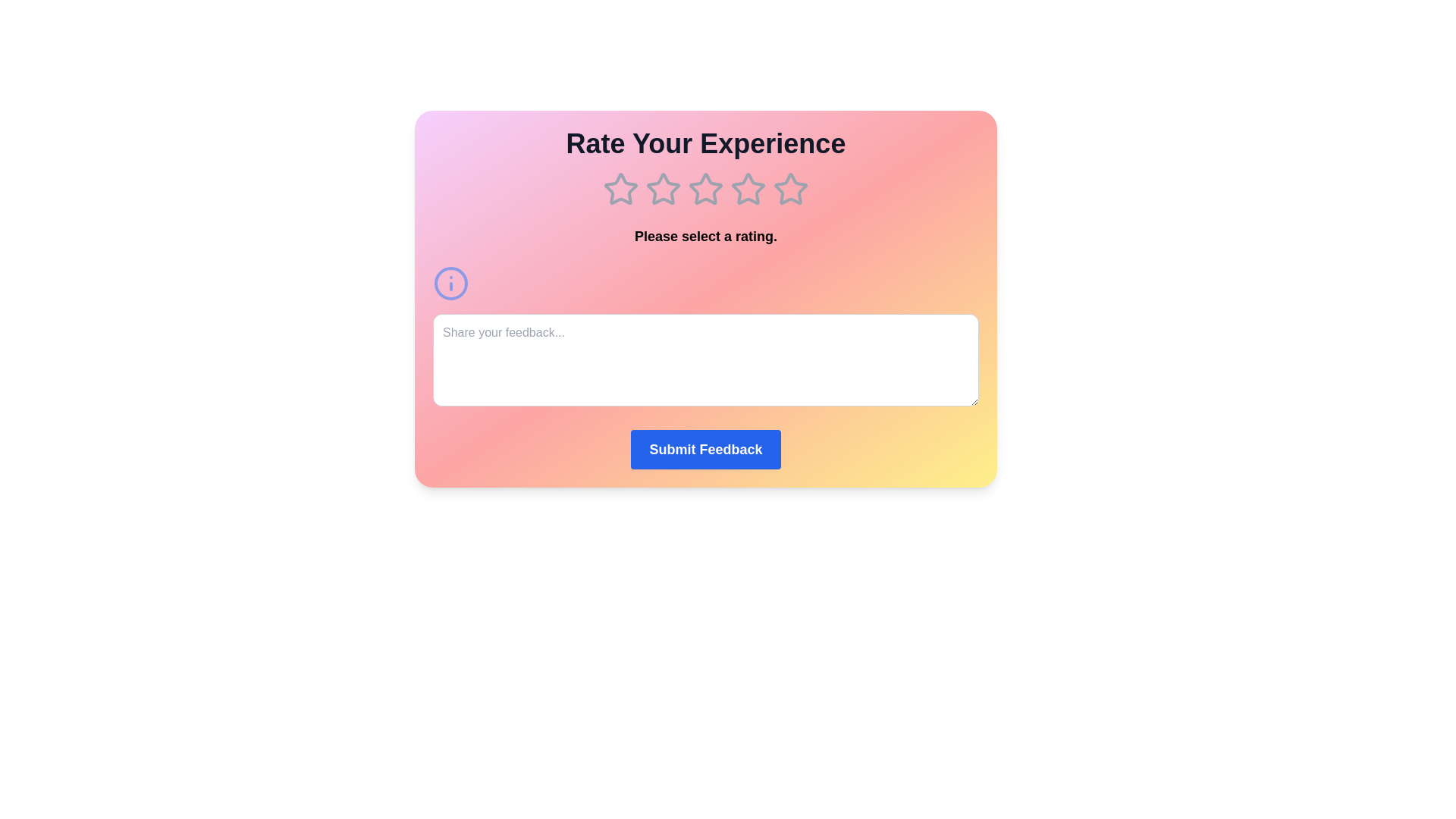 Image resolution: width=1456 pixels, height=819 pixels. What do you see at coordinates (450, 284) in the screenshot?
I see `the info icon to display additional information` at bounding box center [450, 284].